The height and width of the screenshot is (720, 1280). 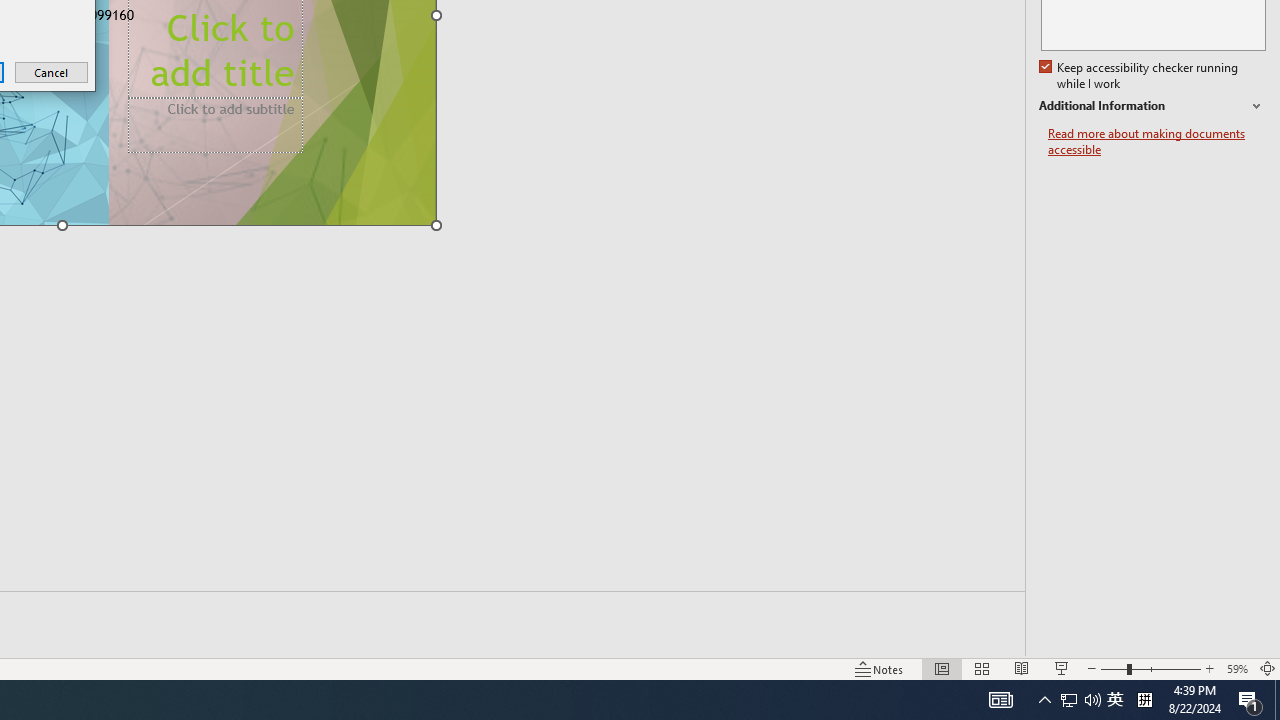 What do you see at coordinates (1092, 698) in the screenshot?
I see `'Q2790: 100%'` at bounding box center [1092, 698].